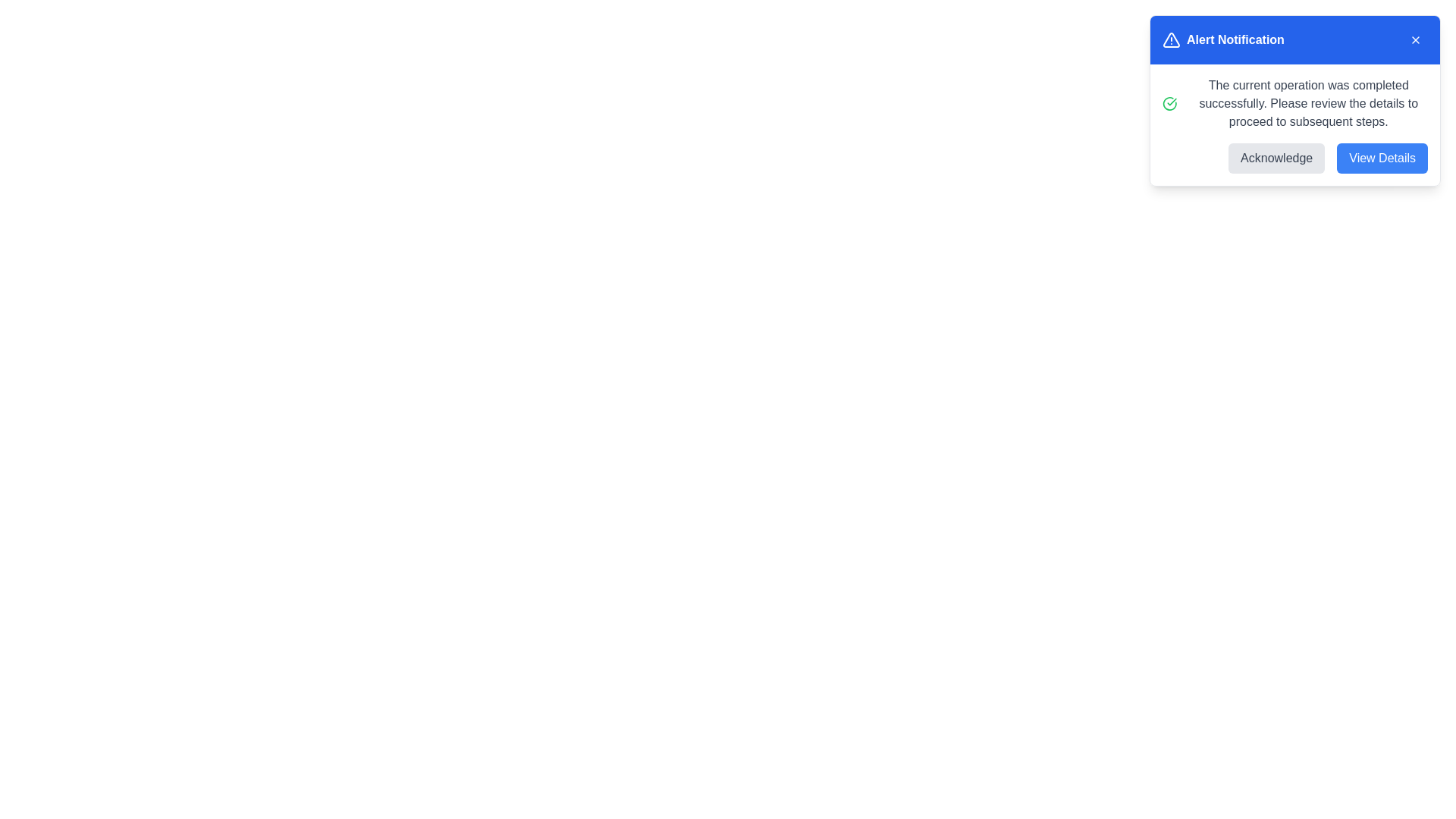 This screenshot has width=1456, height=819. What do you see at coordinates (1294, 158) in the screenshot?
I see `the button group consisting of 'Acknowledge' with a light gray background and 'View Details' with a blue background located at the bottom-right of the alert notification panel` at bounding box center [1294, 158].